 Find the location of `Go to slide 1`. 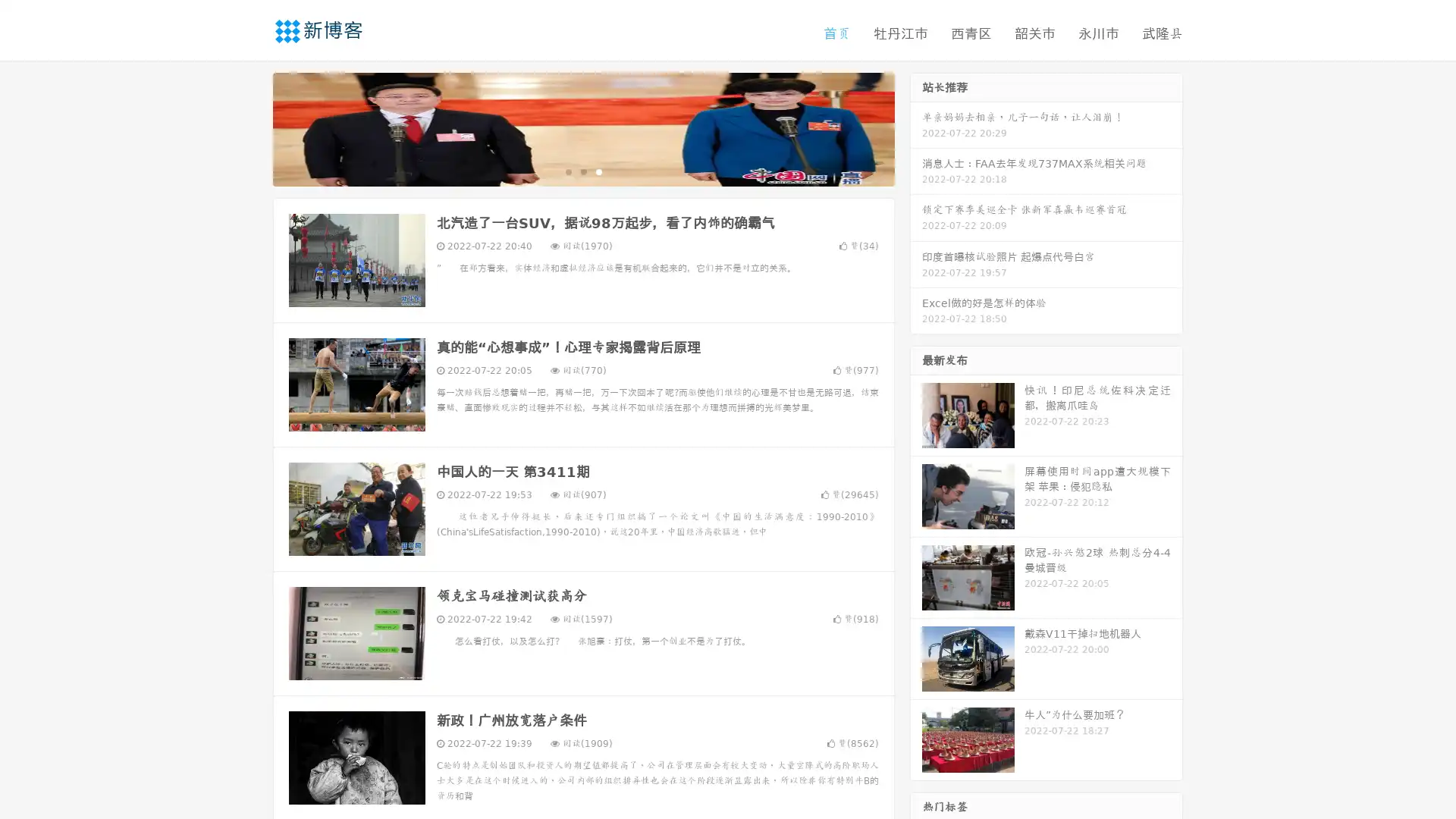

Go to slide 1 is located at coordinates (567, 171).